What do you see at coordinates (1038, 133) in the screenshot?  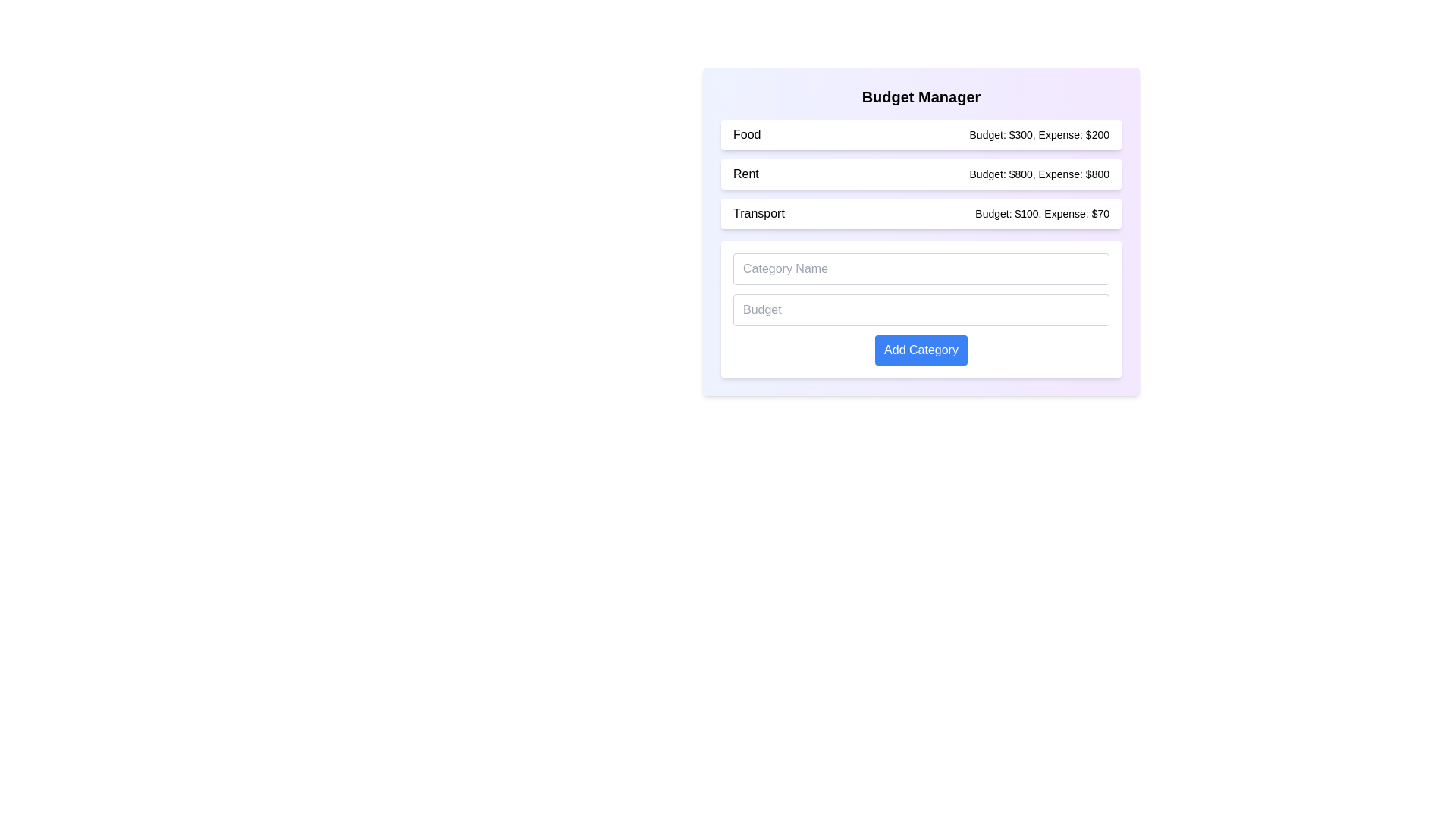 I see `information displayed in the text label showing budget and expense details for the 'Food' category, located on the far-right of the horizontal bar labeled 'Food'` at bounding box center [1038, 133].